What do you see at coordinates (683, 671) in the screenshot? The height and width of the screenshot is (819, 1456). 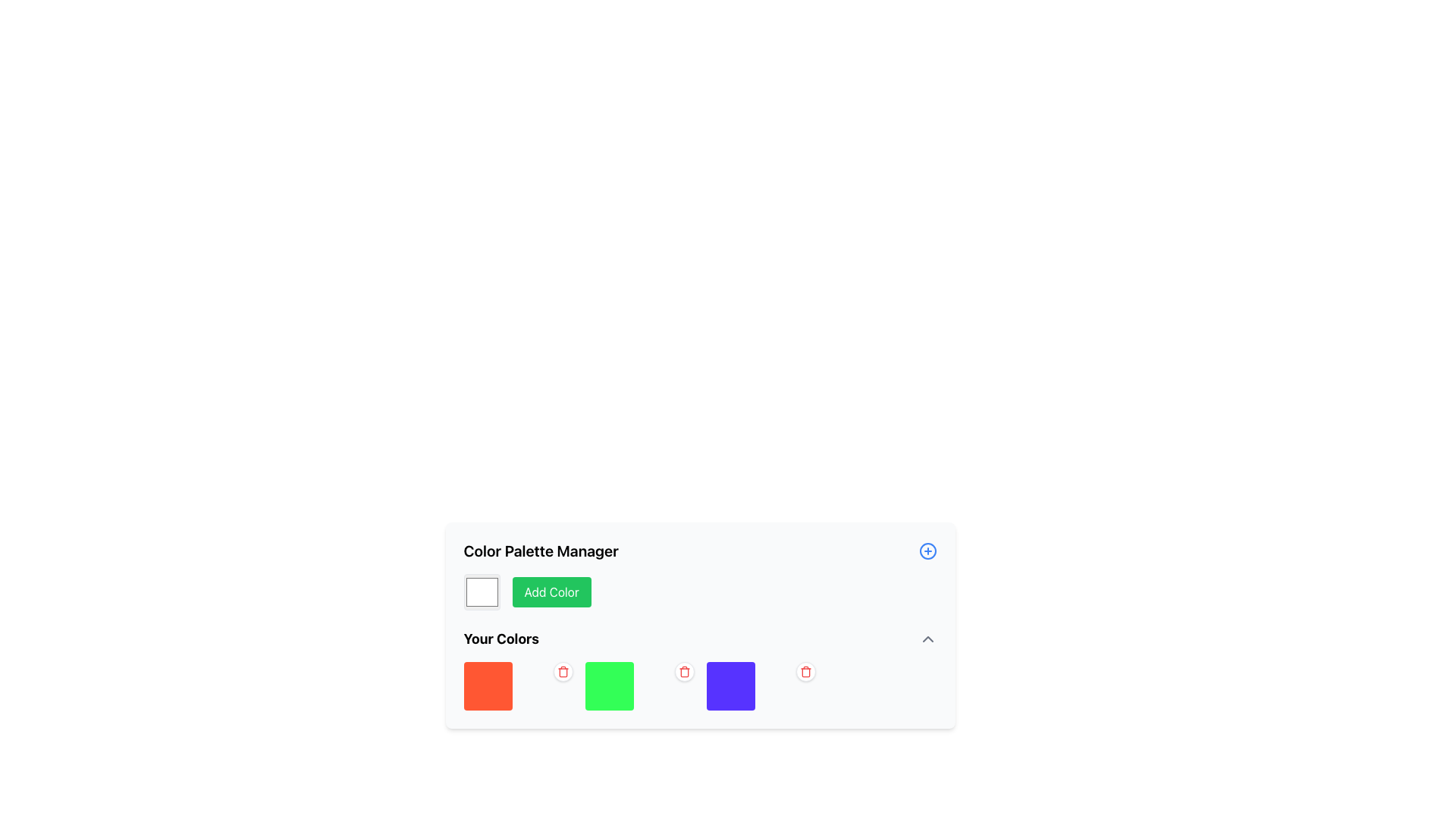 I see `the circular red trash can button located in the top-right corner of the green square in the 'Your Colors' section` at bounding box center [683, 671].